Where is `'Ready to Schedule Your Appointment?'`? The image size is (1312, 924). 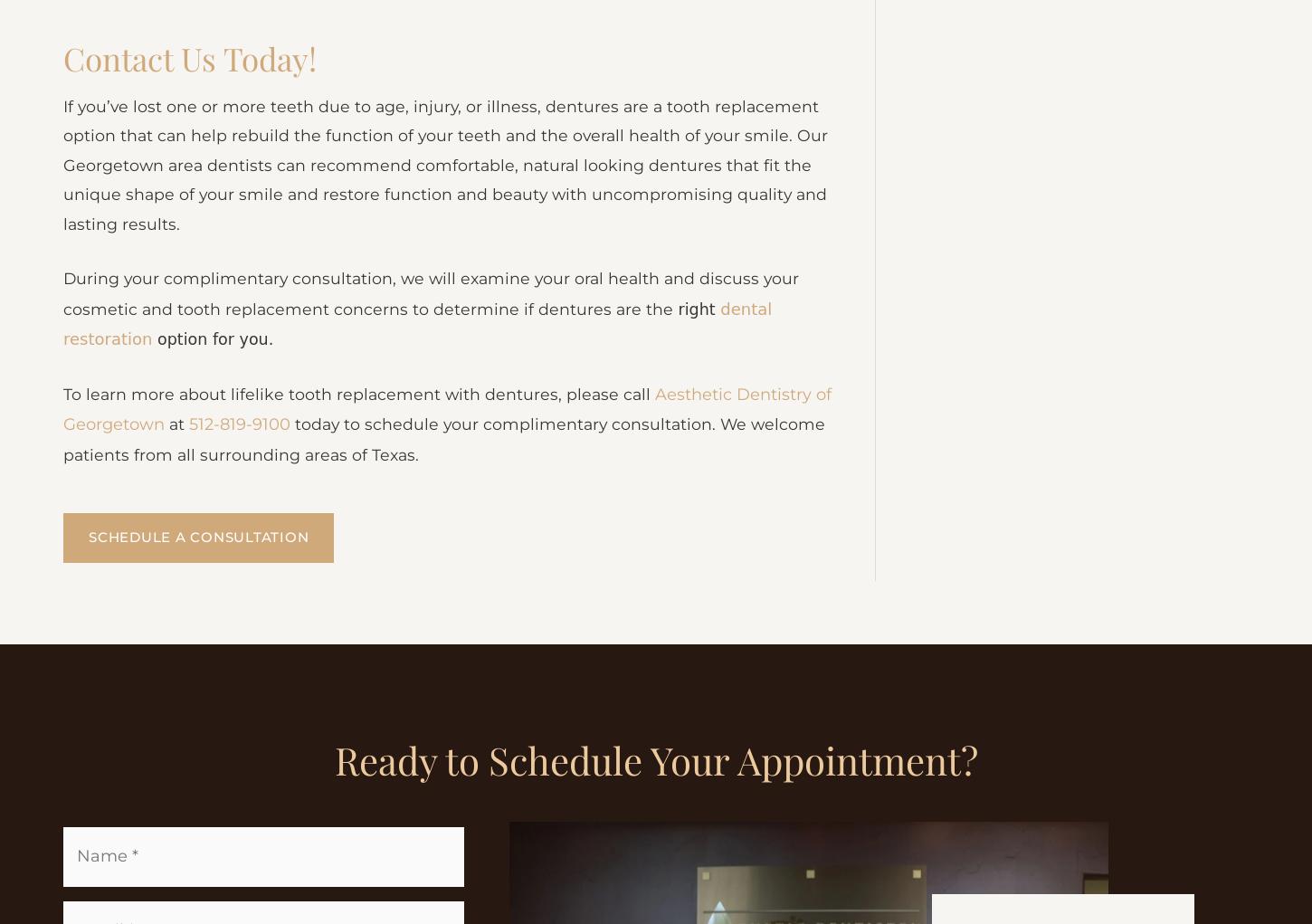
'Ready to Schedule Your Appointment?' is located at coordinates (333, 891).